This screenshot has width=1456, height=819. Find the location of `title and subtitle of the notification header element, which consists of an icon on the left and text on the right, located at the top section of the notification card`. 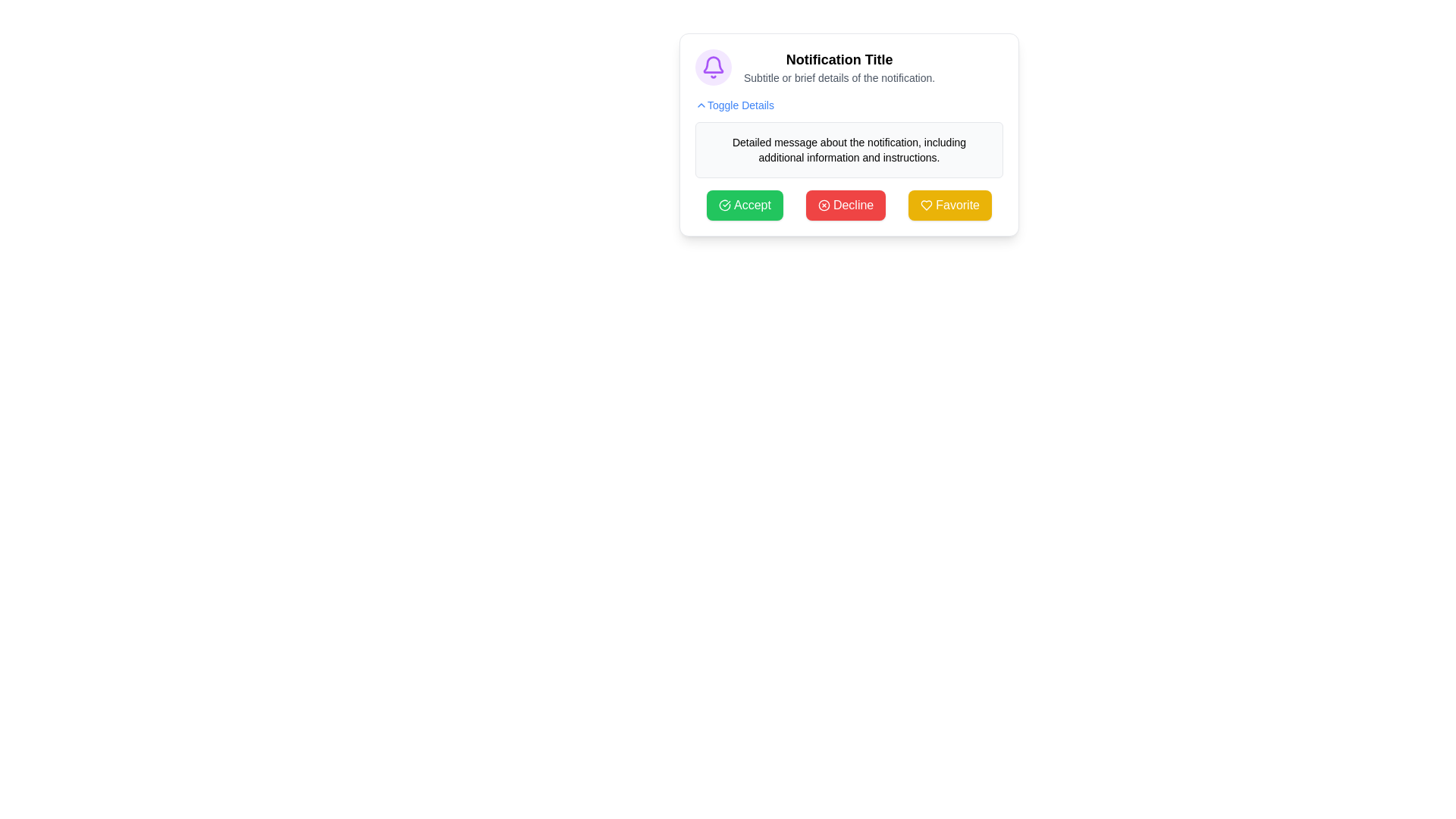

title and subtitle of the notification header element, which consists of an icon on the left and text on the right, located at the top section of the notification card is located at coordinates (848, 66).